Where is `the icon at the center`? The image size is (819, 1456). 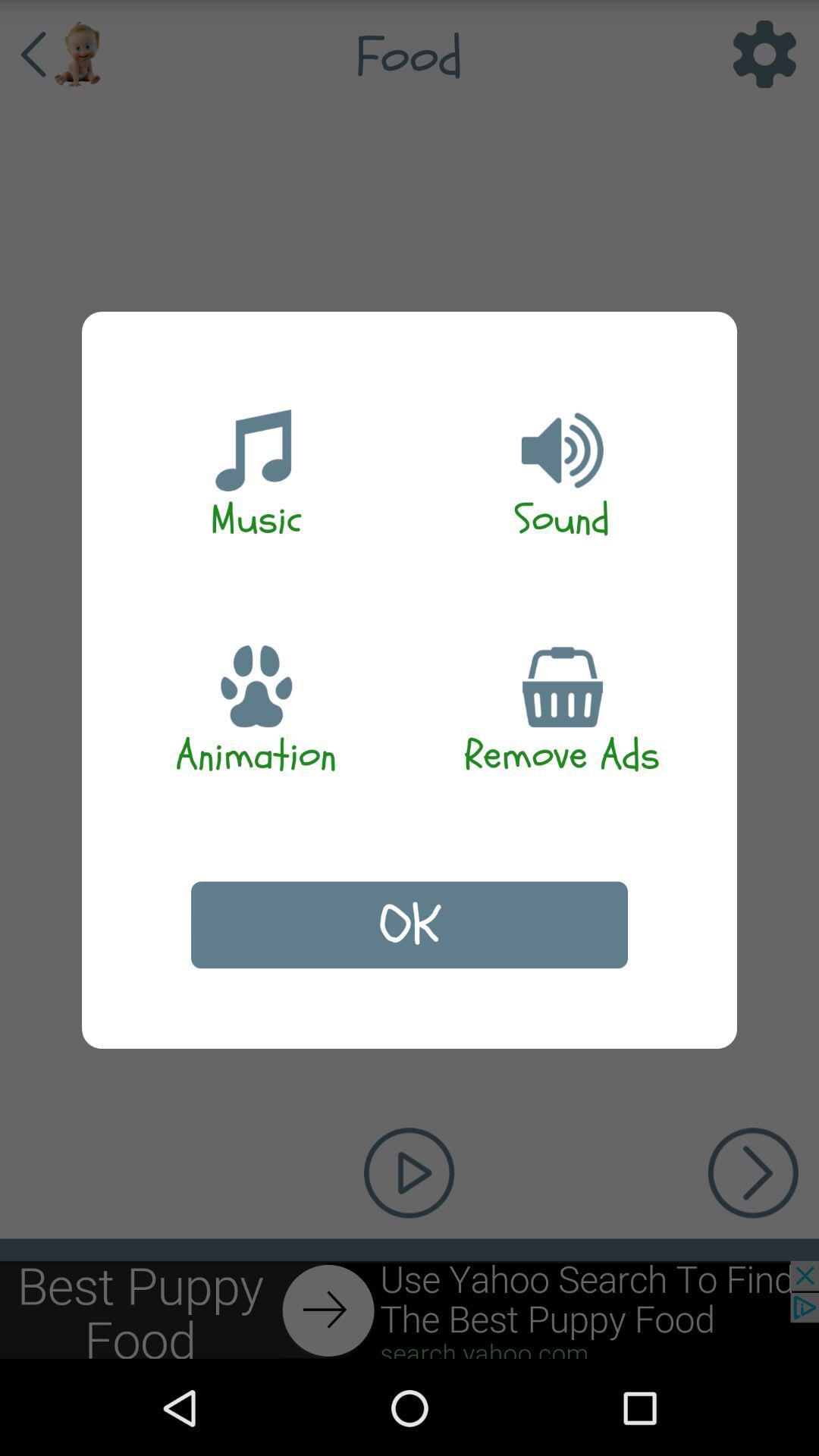
the icon at the center is located at coordinates (409, 924).